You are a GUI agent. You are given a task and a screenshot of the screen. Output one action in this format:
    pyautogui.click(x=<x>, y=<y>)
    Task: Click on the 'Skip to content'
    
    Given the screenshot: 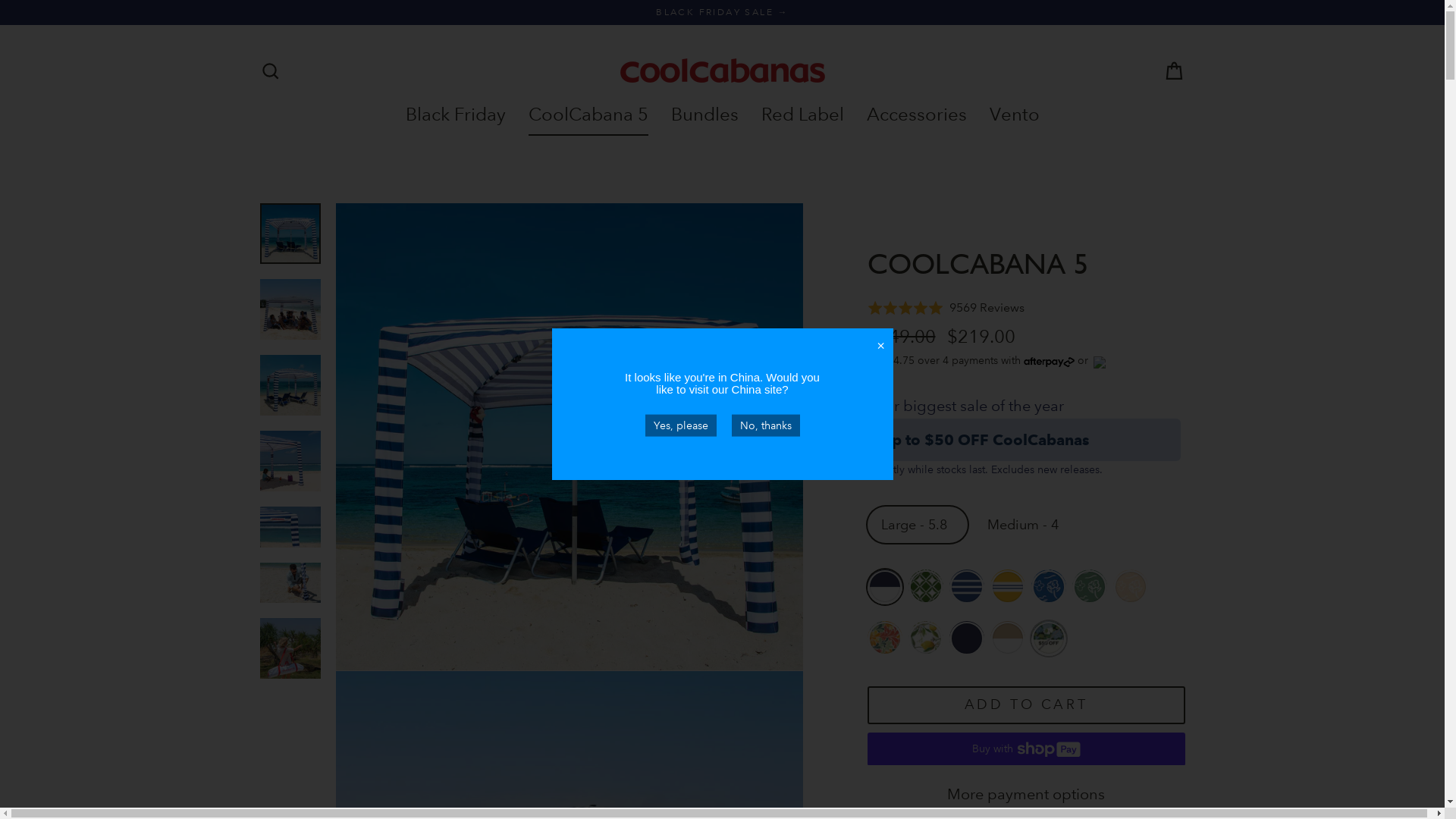 What is the action you would take?
    pyautogui.click(x=0, y=0)
    